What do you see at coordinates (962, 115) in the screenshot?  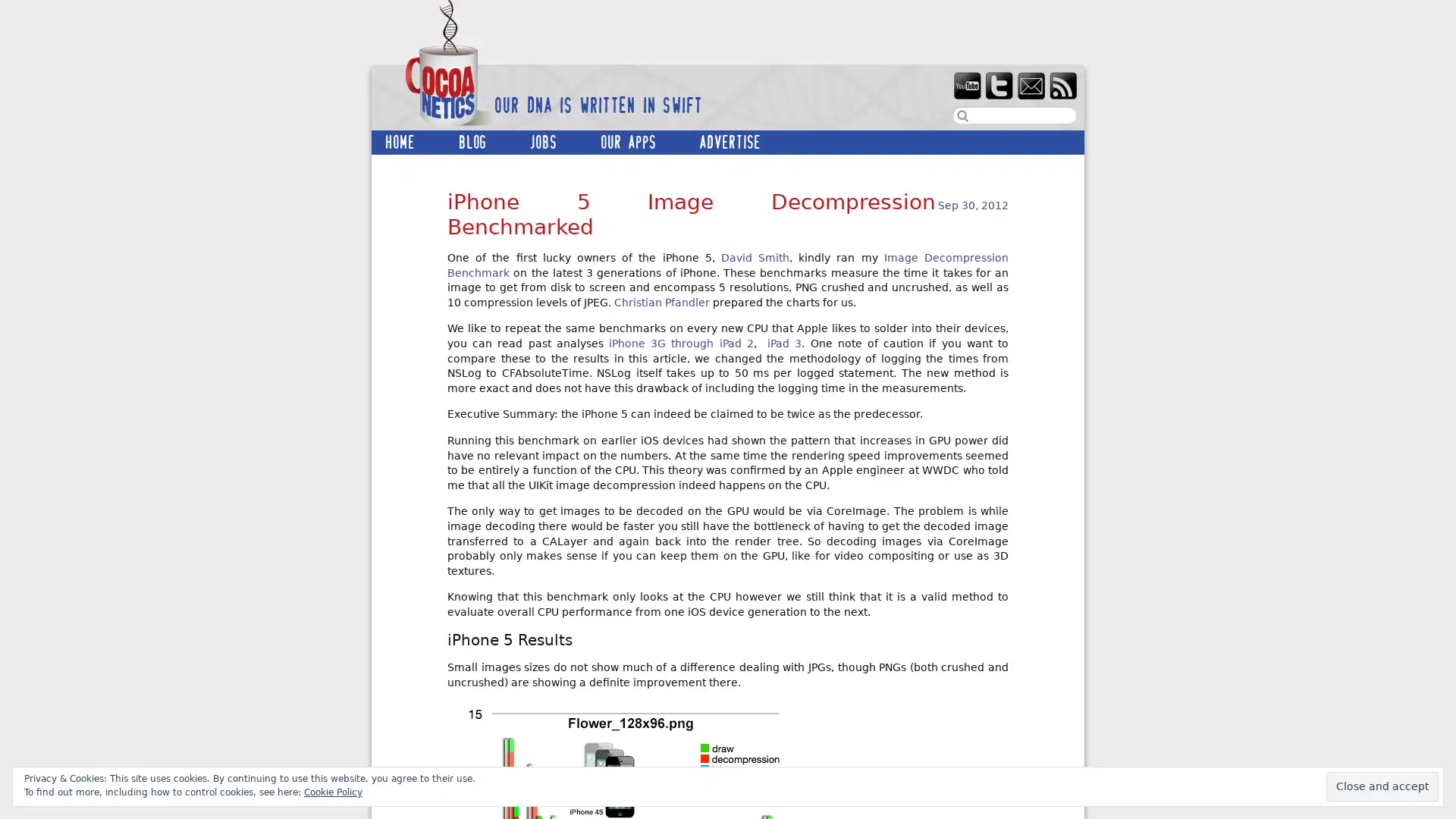 I see `search button` at bounding box center [962, 115].